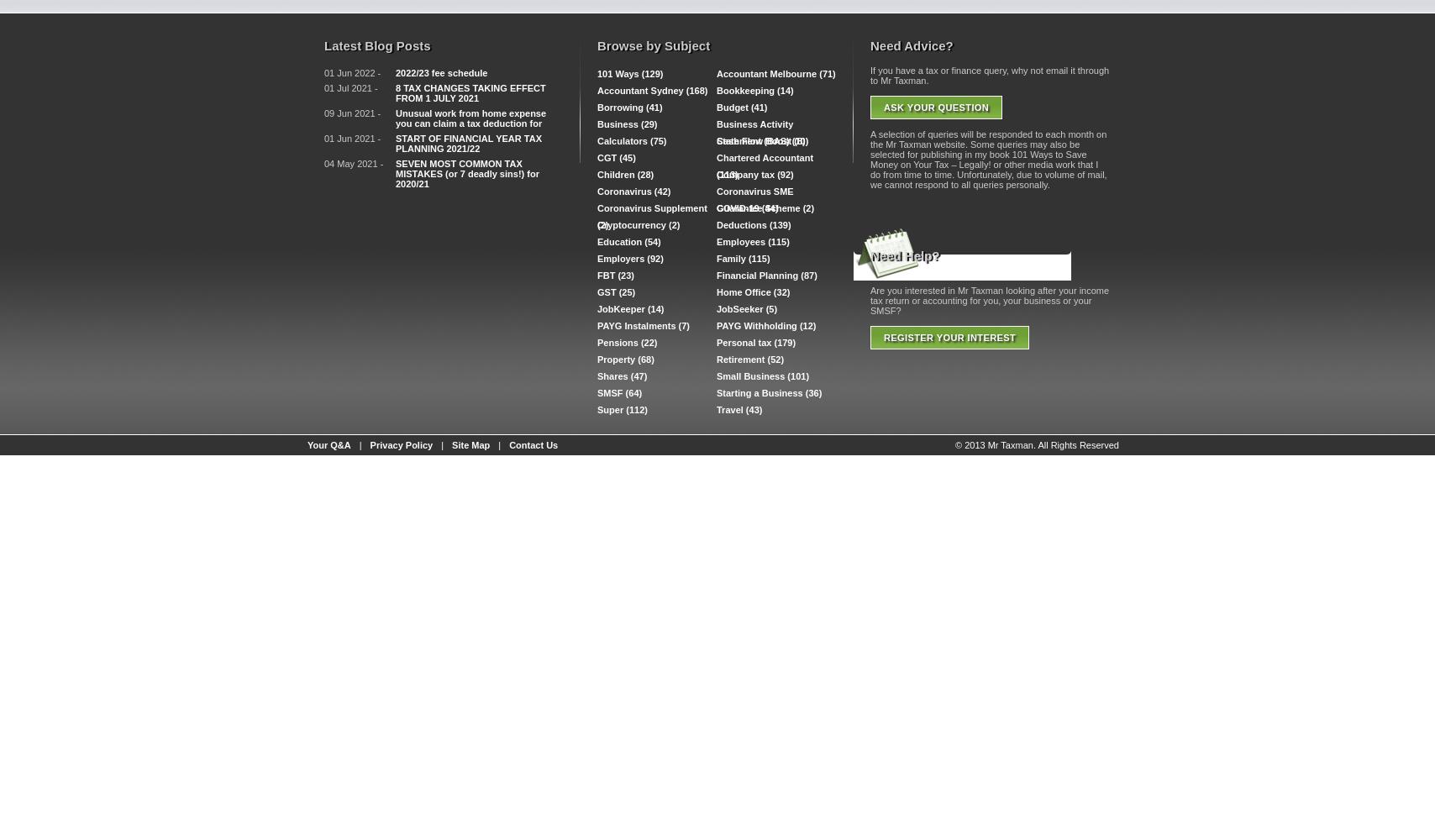 This screenshot has width=1435, height=840. What do you see at coordinates (395, 92) in the screenshot?
I see `'8 TAX CHANGES TAKING EFFECT FROM 1 JULY 2021'` at bounding box center [395, 92].